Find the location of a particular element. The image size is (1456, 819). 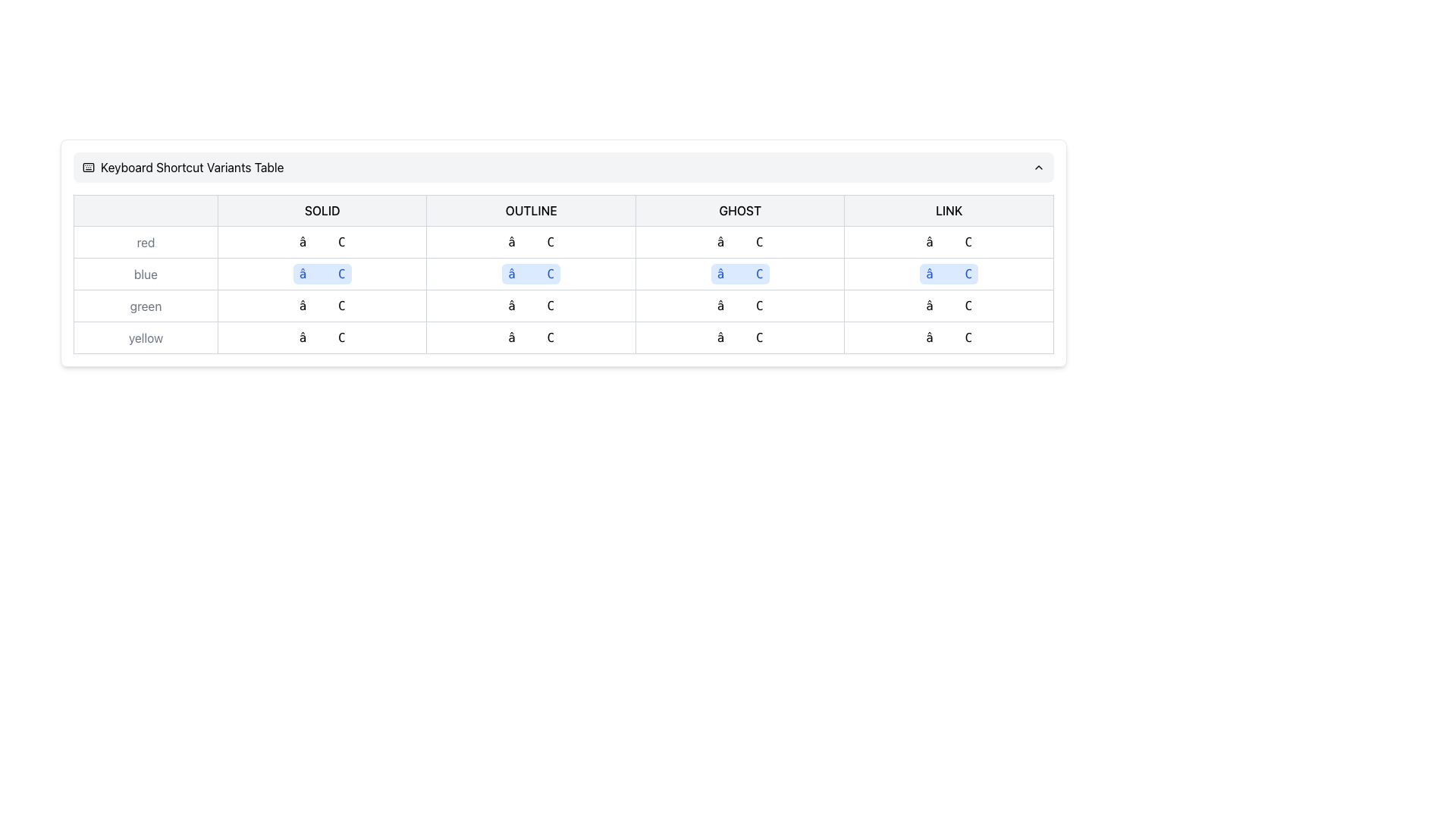

the label in the first column of the second row in the table that categorizes the color option 'blue', located directly under the 'red' row and aligned with the 'Solid' column title is located at coordinates (146, 274).